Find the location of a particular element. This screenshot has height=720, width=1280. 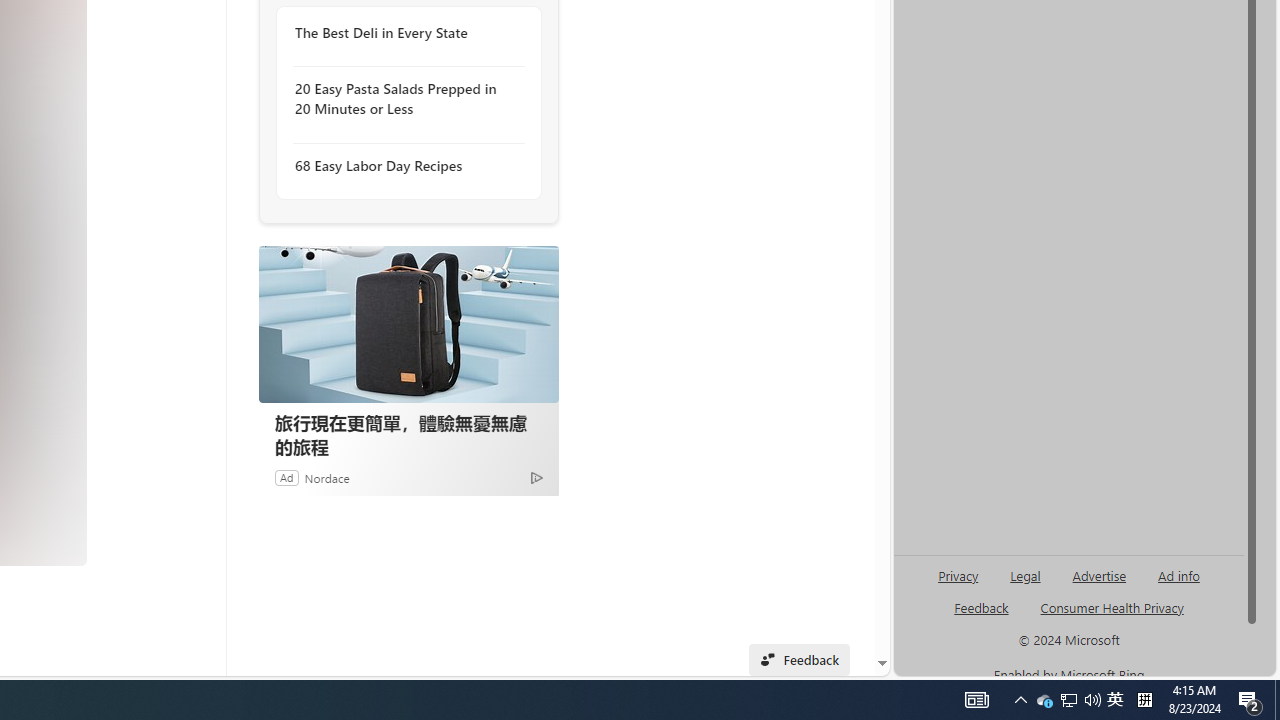

'20 Easy Pasta Salads Prepped in 20 Minutes or Less' is located at coordinates (402, 99).